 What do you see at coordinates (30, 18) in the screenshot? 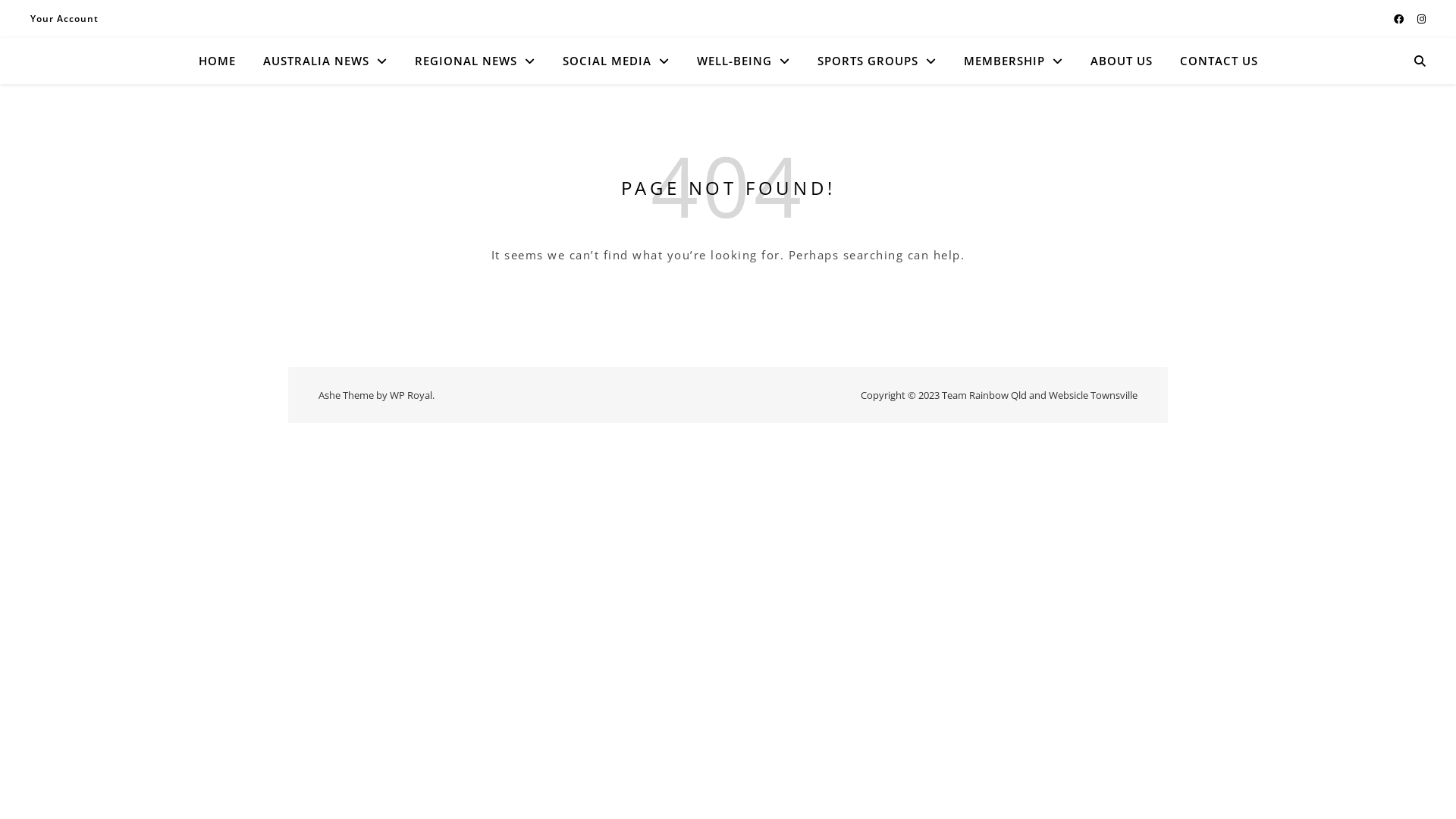
I see `'Your Account'` at bounding box center [30, 18].